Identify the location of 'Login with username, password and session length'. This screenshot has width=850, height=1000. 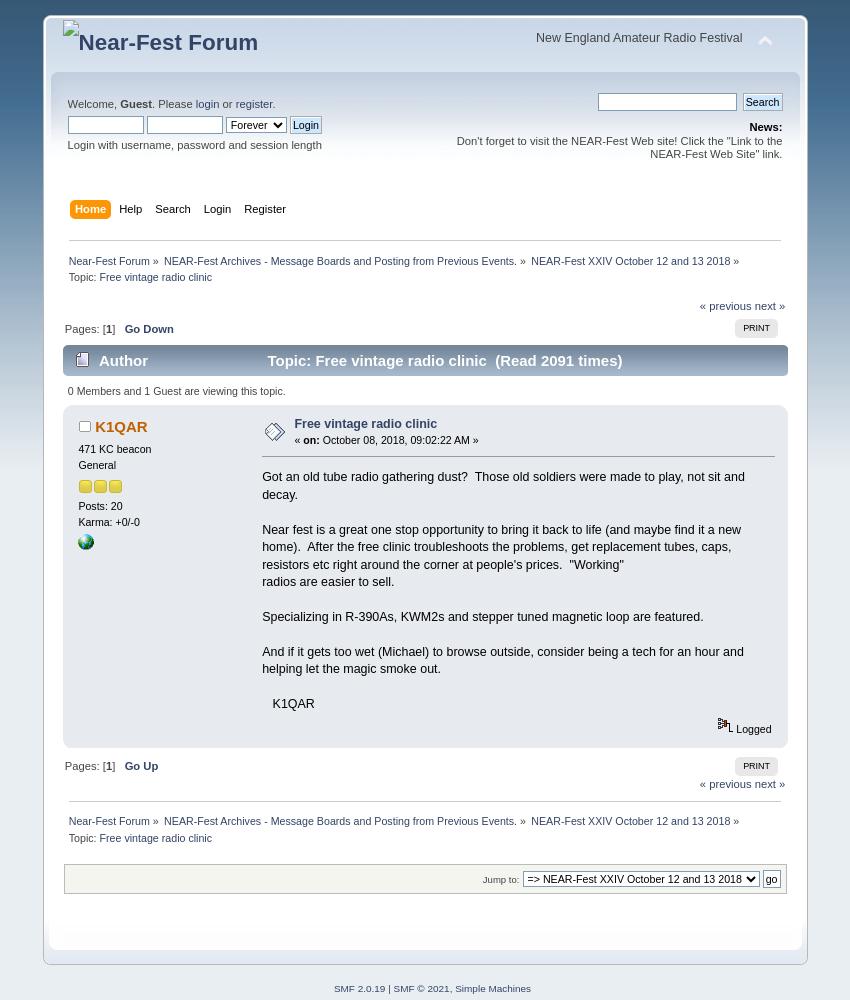
(192, 144).